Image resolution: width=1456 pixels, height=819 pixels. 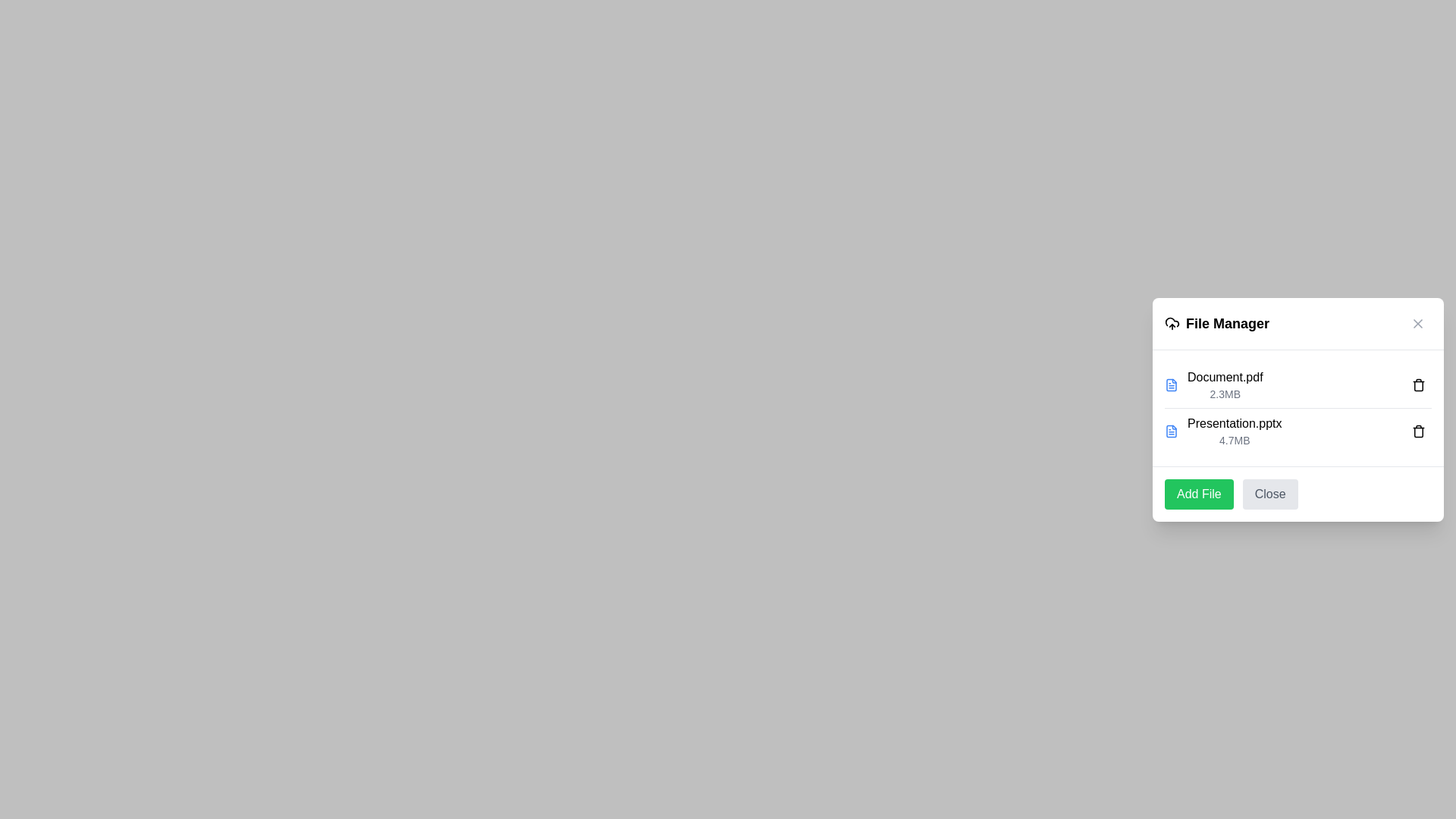 What do you see at coordinates (1171, 384) in the screenshot?
I see `the icon representing the file document associated with 'Document.pdf' in the 'File Manager' panel` at bounding box center [1171, 384].